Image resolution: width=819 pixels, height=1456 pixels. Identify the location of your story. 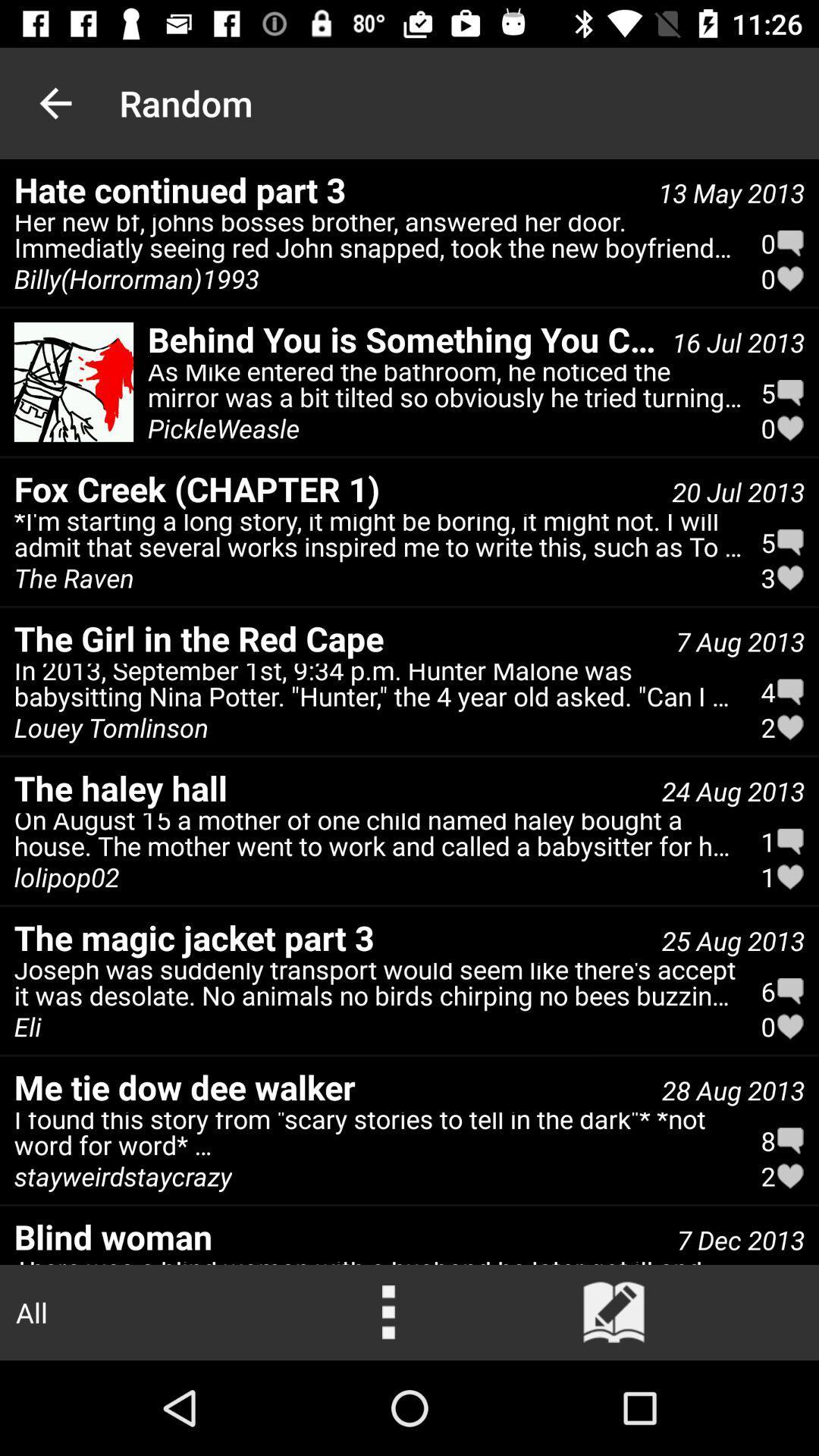
(614, 1312).